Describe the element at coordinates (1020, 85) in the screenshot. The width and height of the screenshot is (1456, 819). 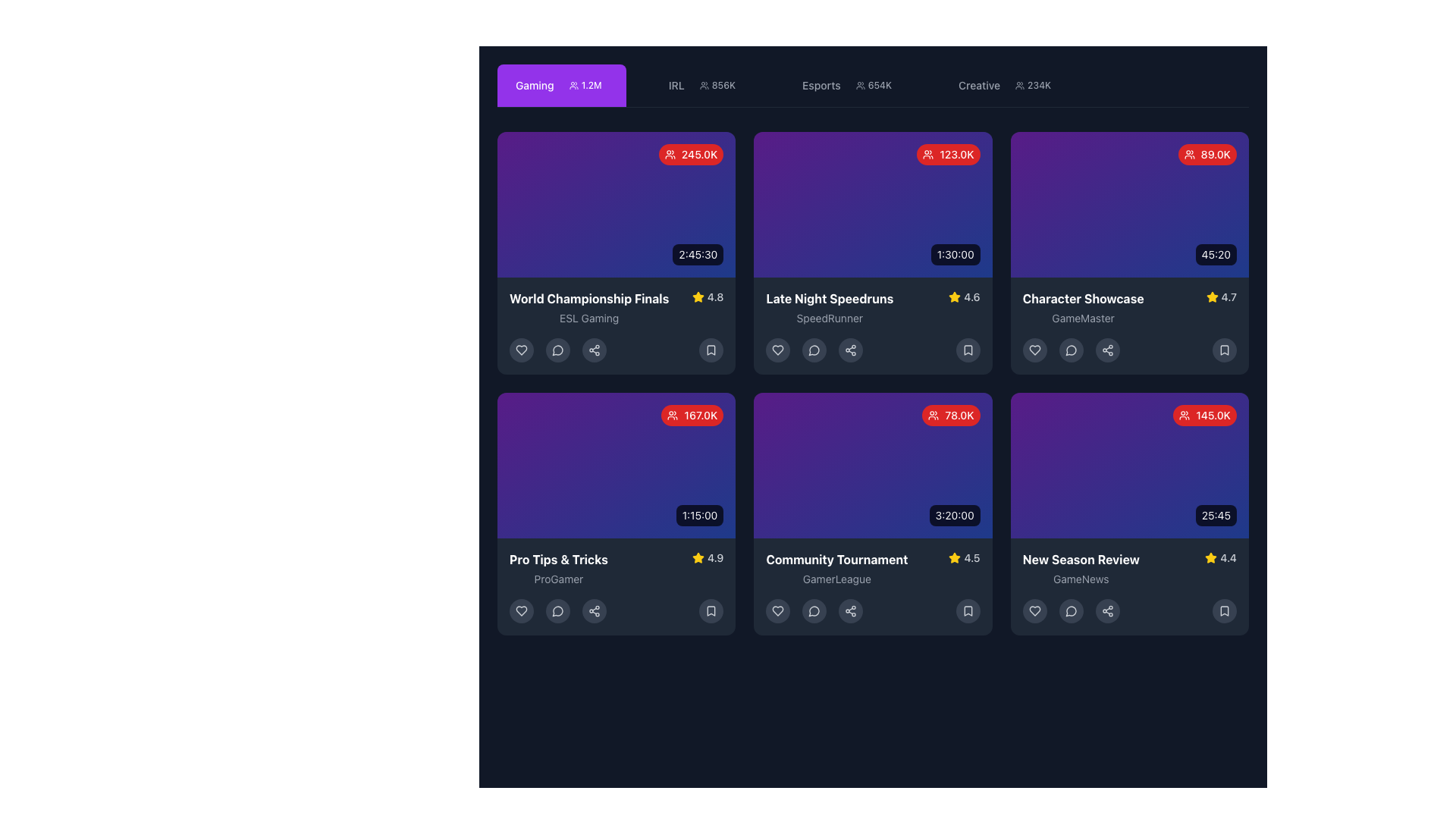
I see `the community icon representing the count or presence of a user group associated with the 'Creative' category, located in the top navigation bar near the 'Creative 234K' text` at that location.